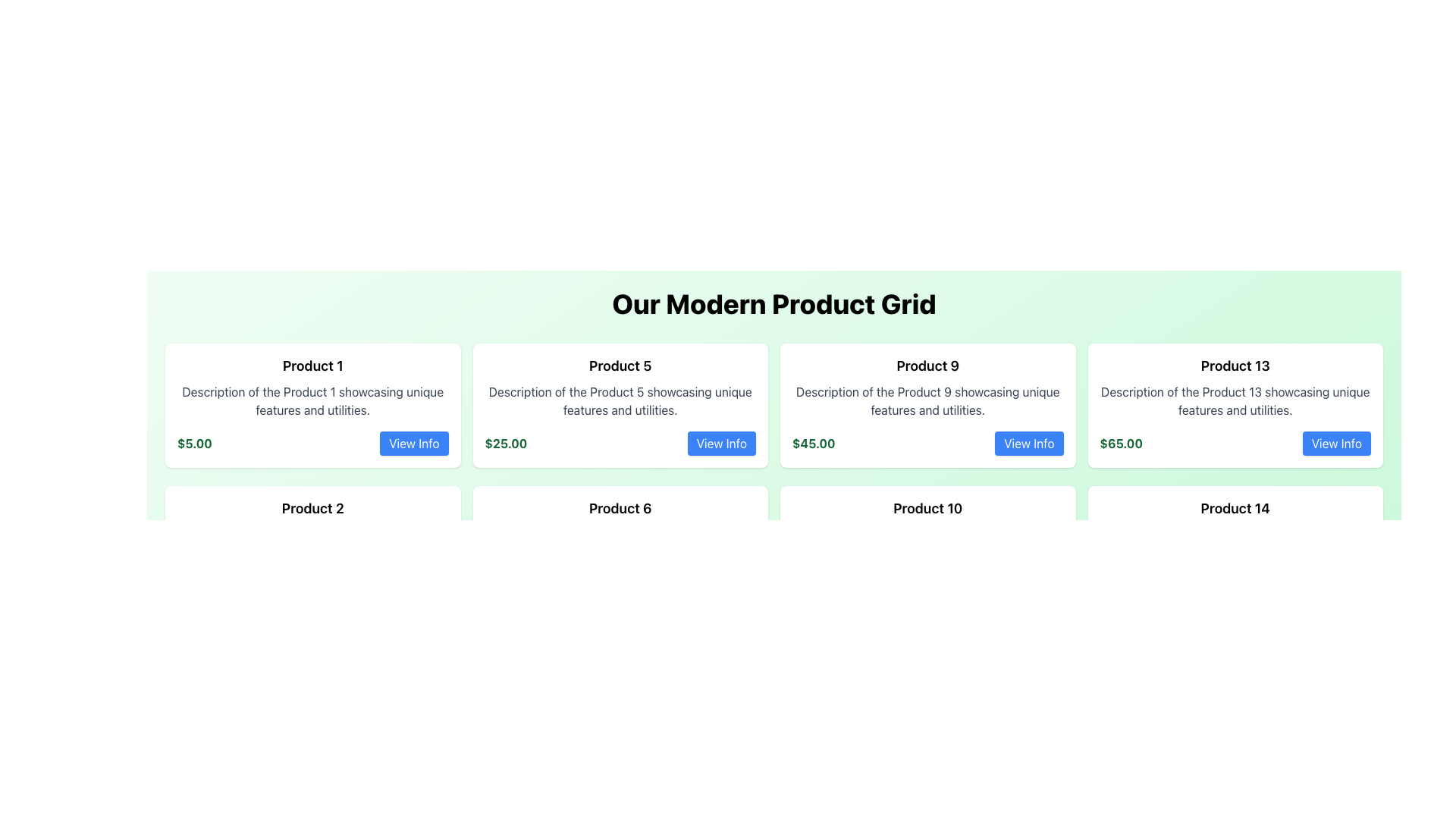 The width and height of the screenshot is (1456, 819). Describe the element at coordinates (620, 366) in the screenshot. I see `the text label that serves as the title for the product in the card located in the second column of the top row of the grid layout for accessibility purposes` at that location.